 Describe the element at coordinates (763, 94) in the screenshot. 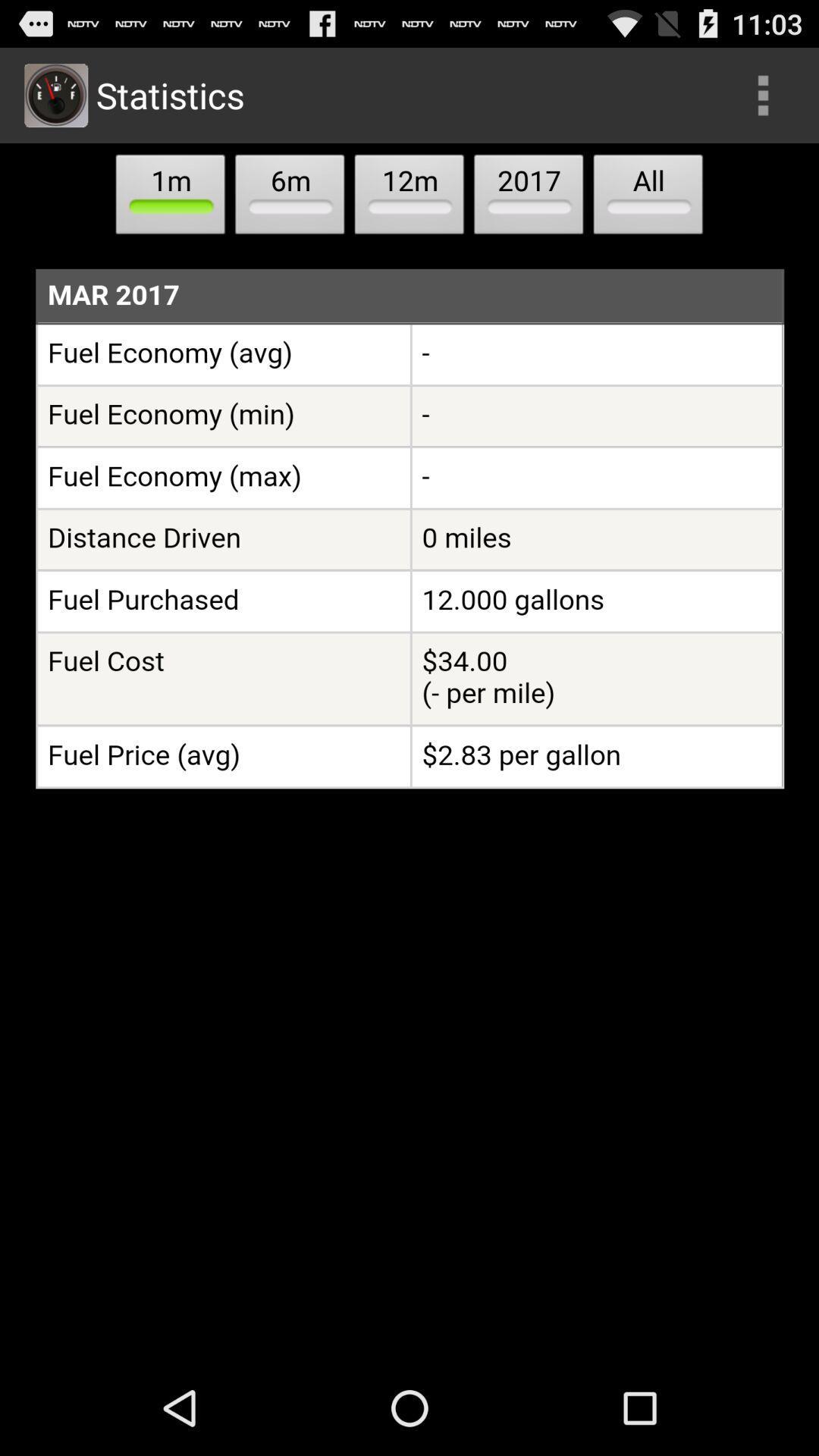

I see `enters settings` at that location.